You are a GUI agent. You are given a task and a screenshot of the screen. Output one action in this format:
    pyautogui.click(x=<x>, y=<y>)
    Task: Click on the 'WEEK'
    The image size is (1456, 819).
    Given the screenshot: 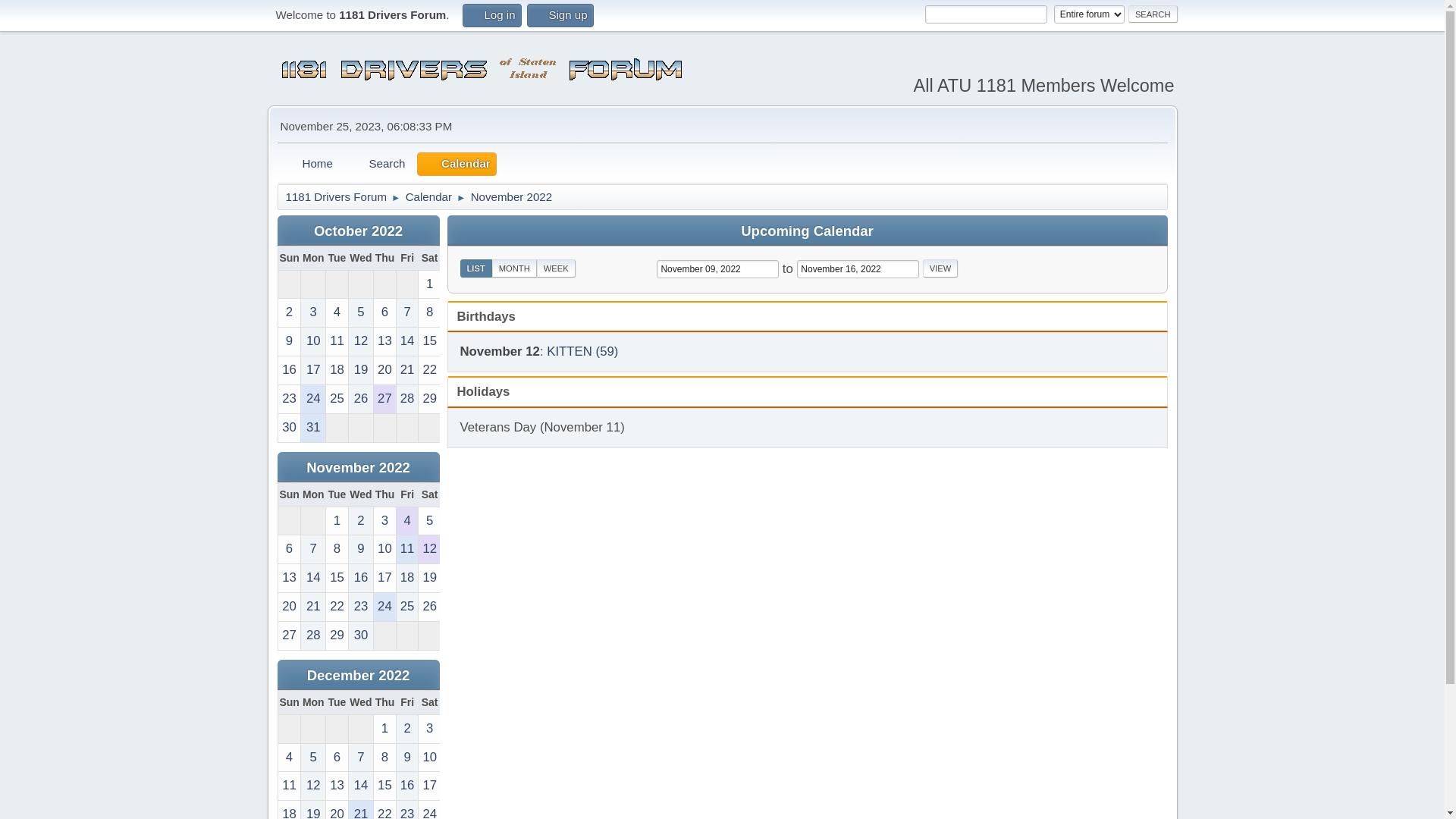 What is the action you would take?
    pyautogui.click(x=537, y=268)
    